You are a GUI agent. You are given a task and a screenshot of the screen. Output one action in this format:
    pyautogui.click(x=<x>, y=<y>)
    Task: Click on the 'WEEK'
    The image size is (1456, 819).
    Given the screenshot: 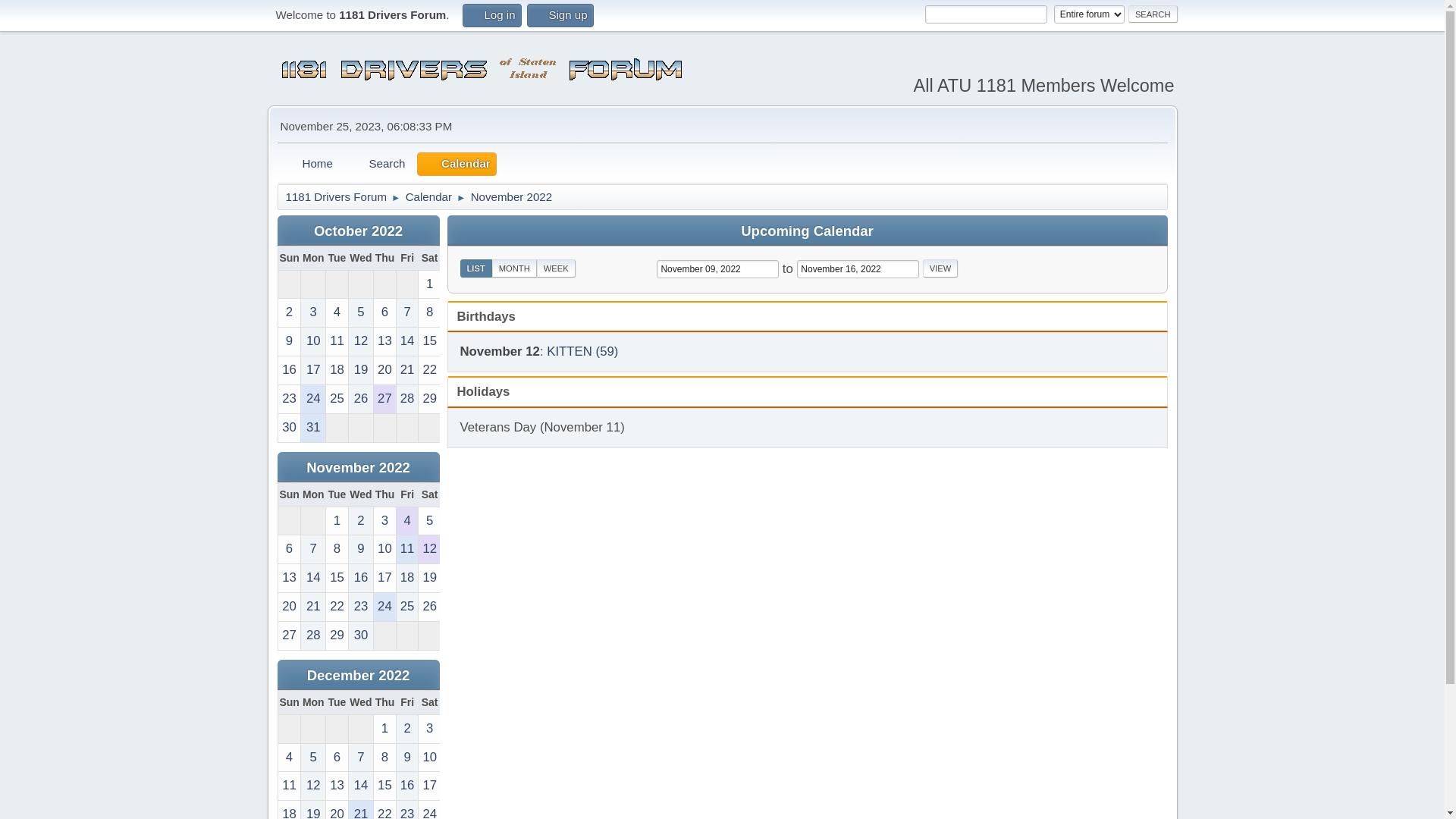 What is the action you would take?
    pyautogui.click(x=537, y=268)
    